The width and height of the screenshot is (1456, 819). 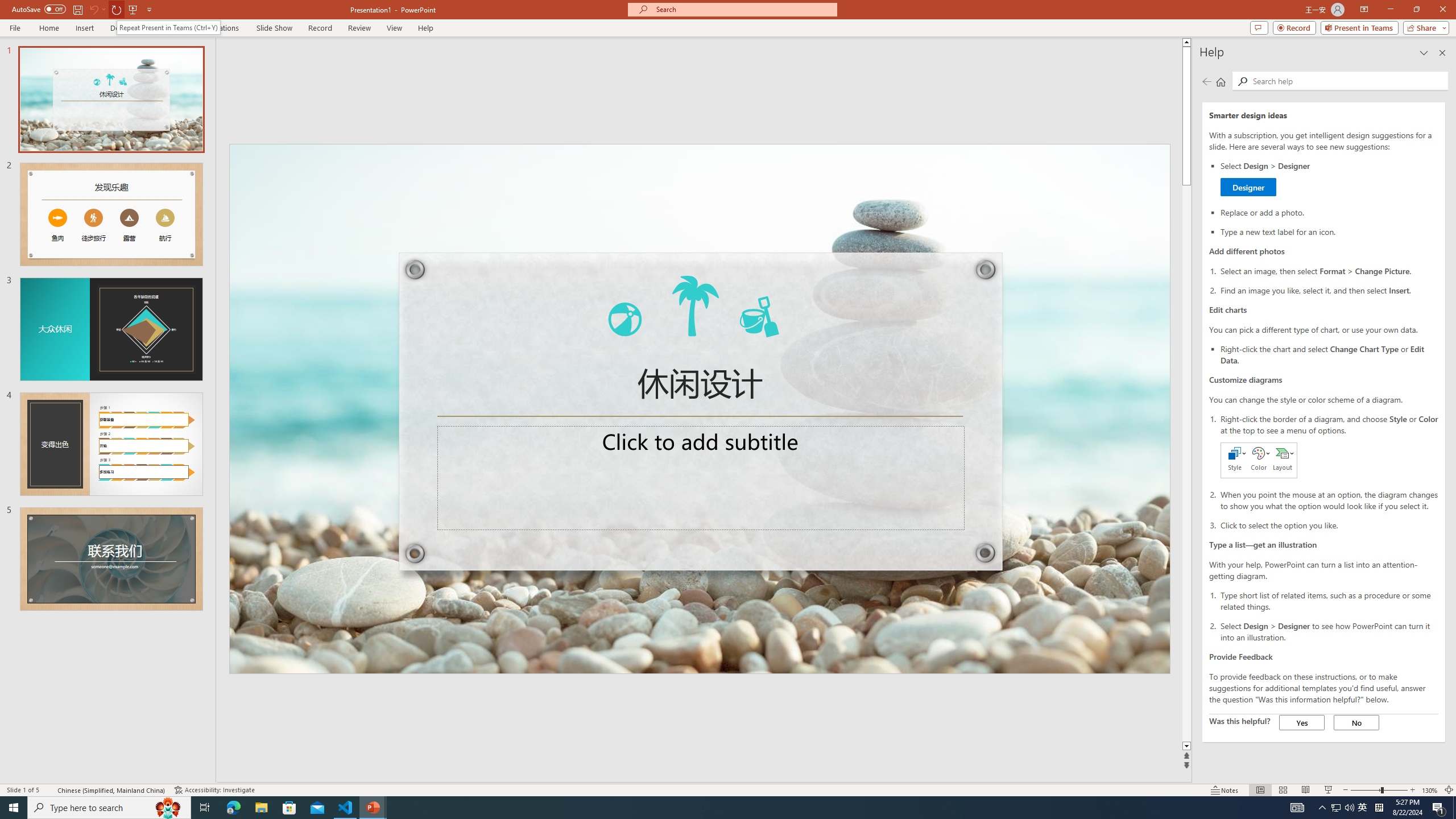 What do you see at coordinates (1329, 524) in the screenshot?
I see `'Click to select the option you like.'` at bounding box center [1329, 524].